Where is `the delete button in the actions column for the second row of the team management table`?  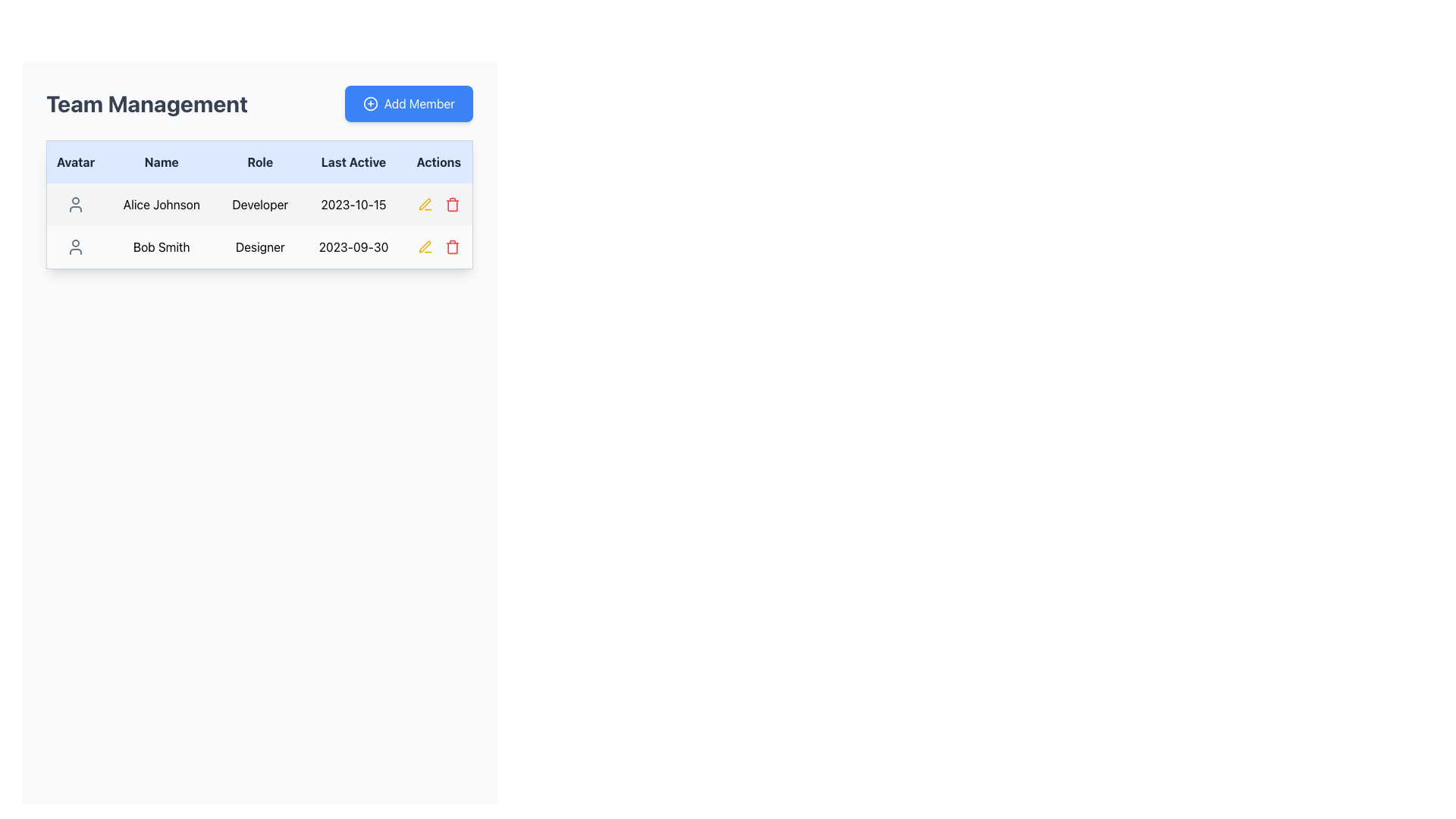
the delete button in the actions column for the second row of the team management table is located at coordinates (451, 246).